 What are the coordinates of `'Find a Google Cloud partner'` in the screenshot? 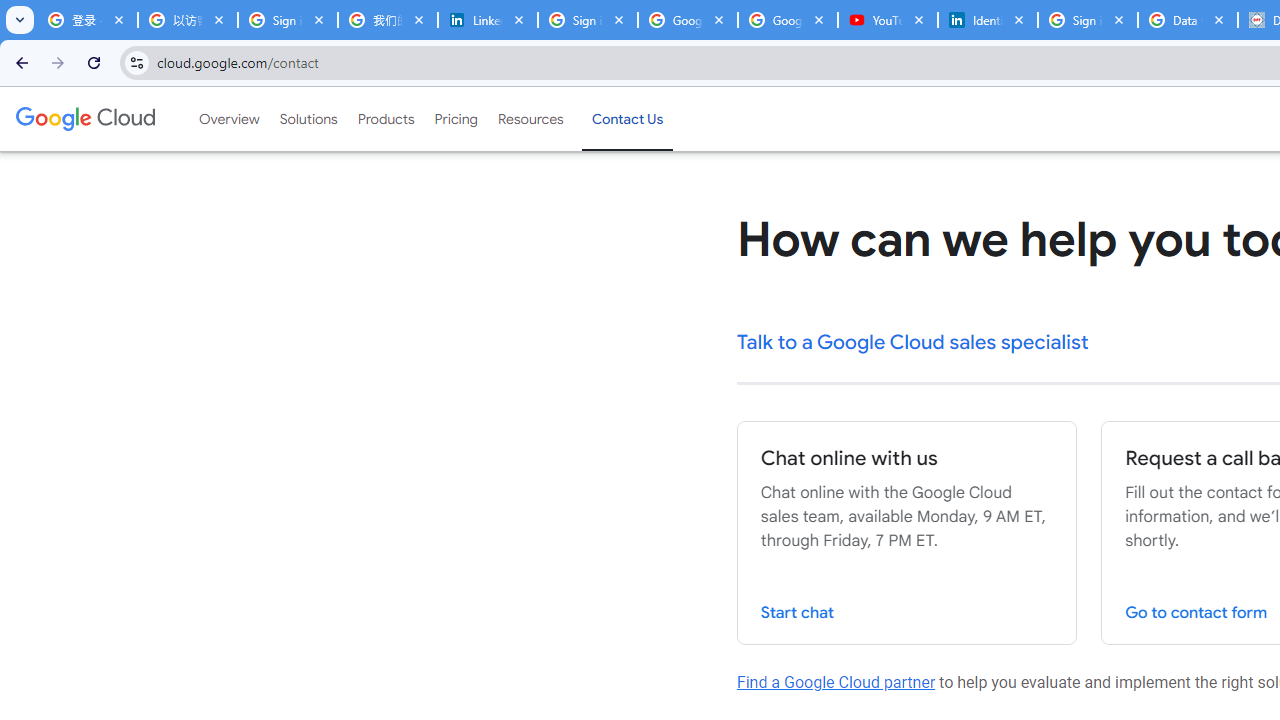 It's located at (835, 681).